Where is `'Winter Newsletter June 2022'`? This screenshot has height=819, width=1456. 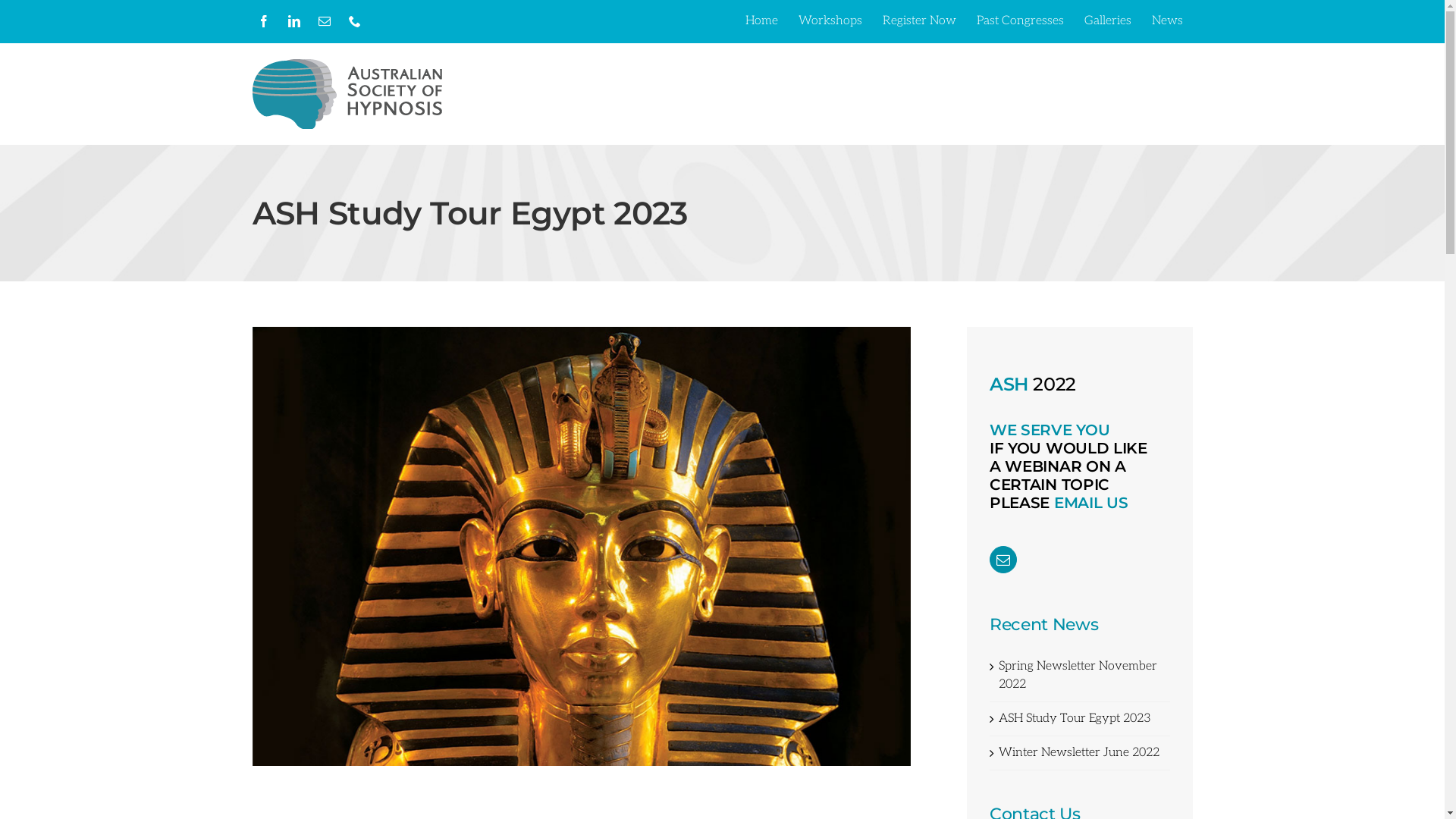 'Winter Newsletter June 2022' is located at coordinates (1078, 752).